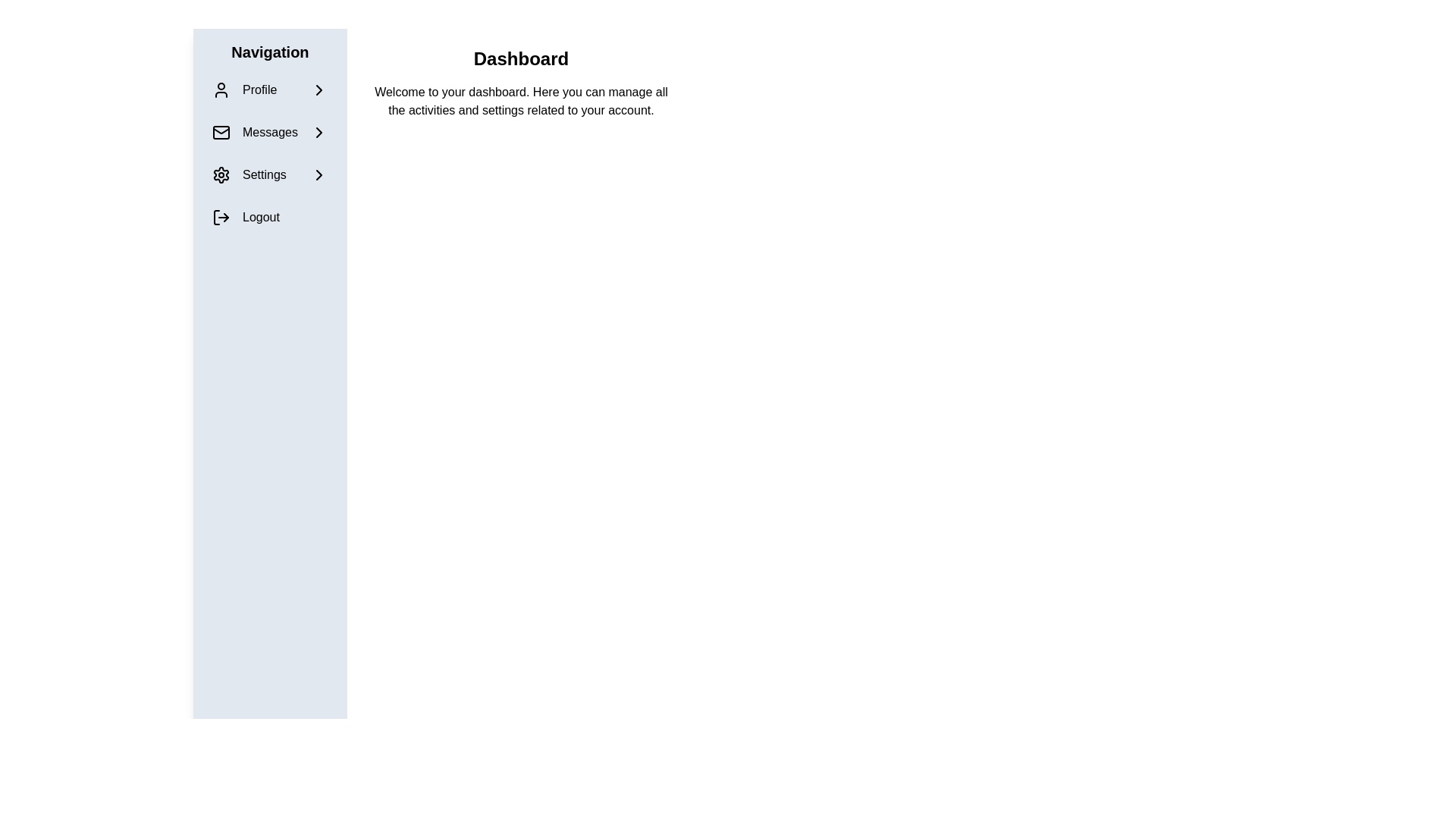 The height and width of the screenshot is (819, 1456). What do you see at coordinates (318, 90) in the screenshot?
I see `the chevron-right icon in the Profile menu item of the navigation bar on the left side of the page` at bounding box center [318, 90].